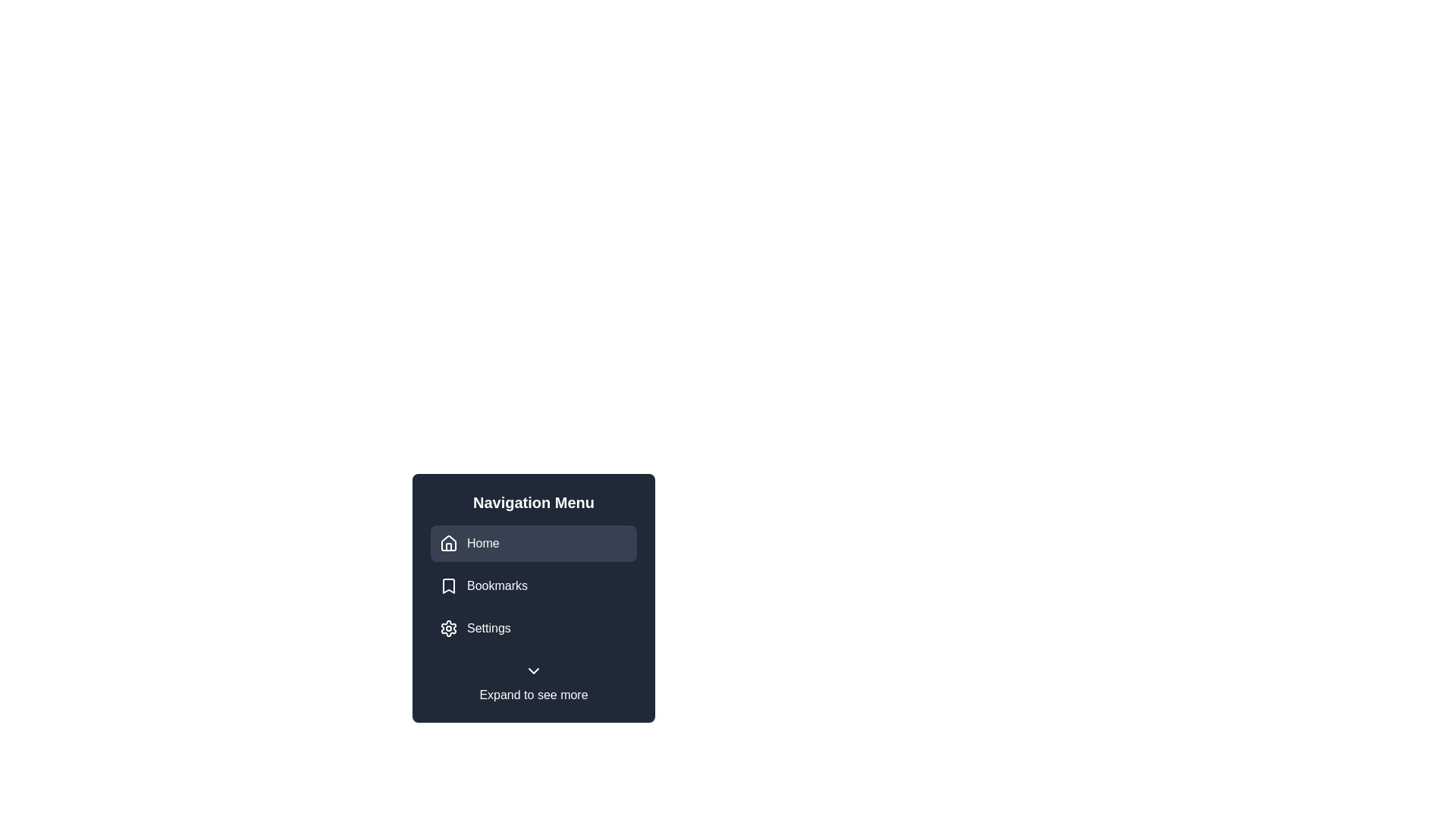 The image size is (1456, 819). I want to click on the settings icon, which is visually located to the left of the 'Settings' text in the navigation menu, representing access to settings or configuration options, so click(447, 629).